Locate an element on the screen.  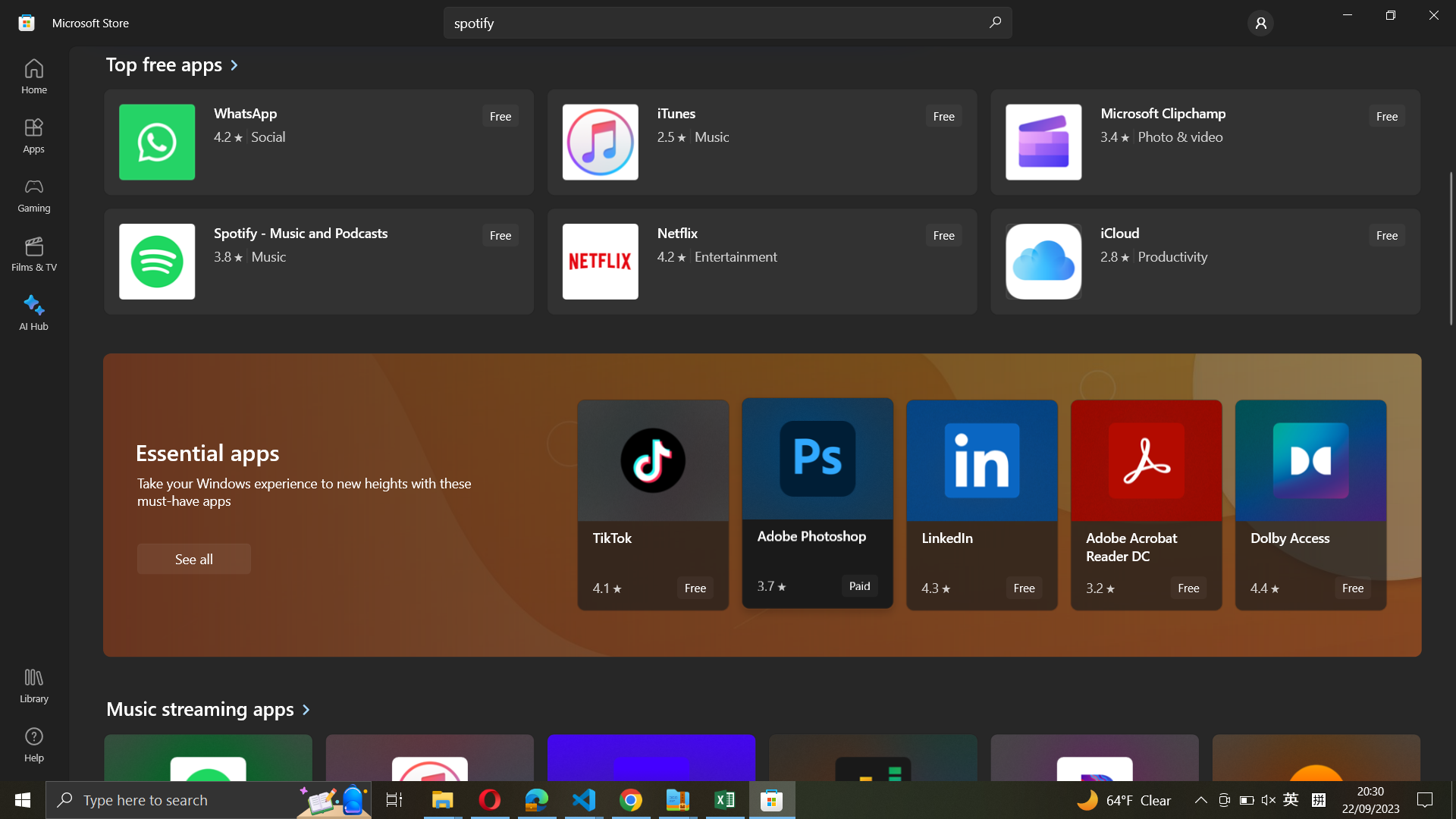
Top Free Apps is located at coordinates (173, 66).